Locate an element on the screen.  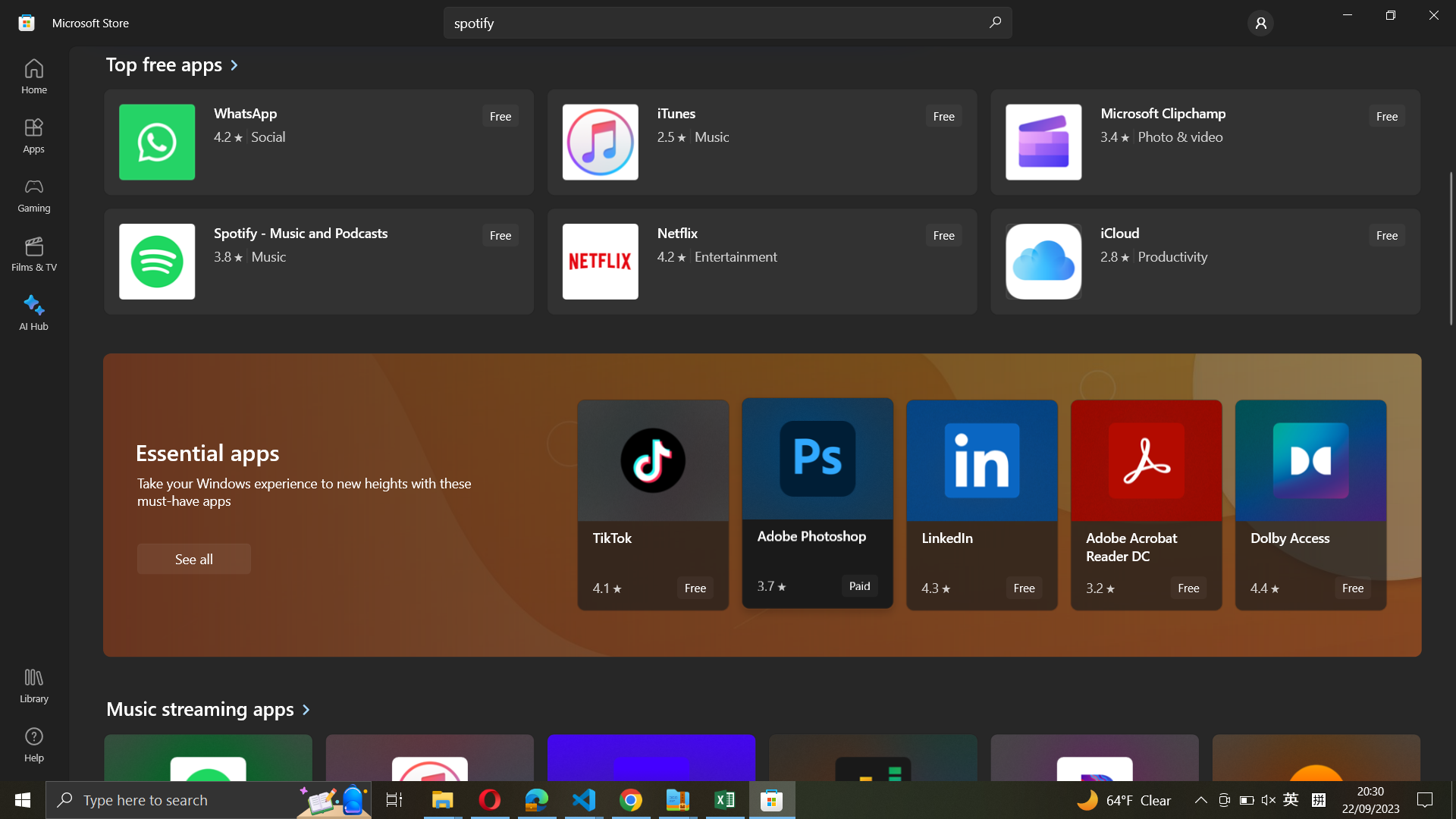
Top Free Apps is located at coordinates (173, 66).